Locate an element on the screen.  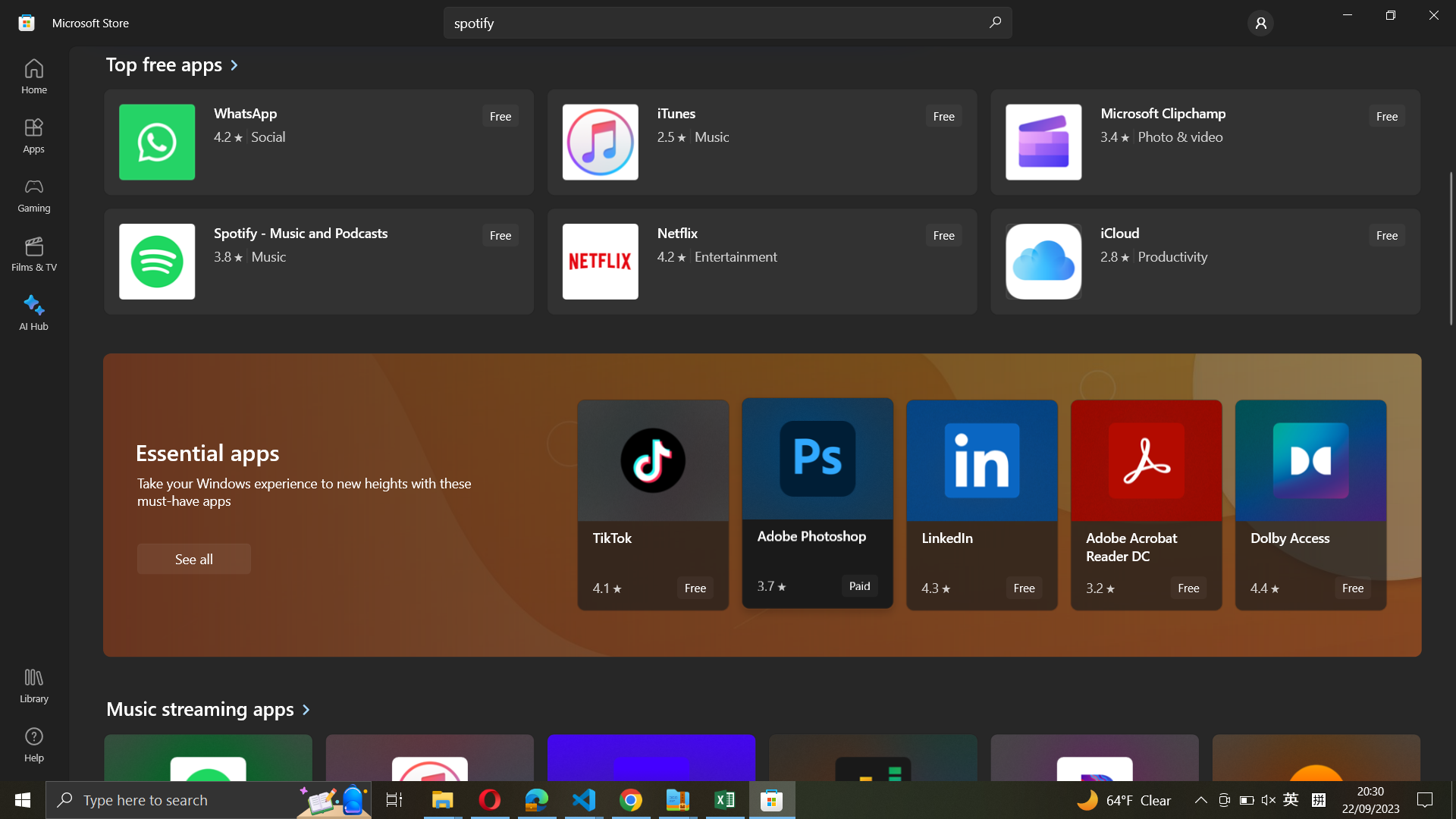
Top Free Apps is located at coordinates (173, 66).